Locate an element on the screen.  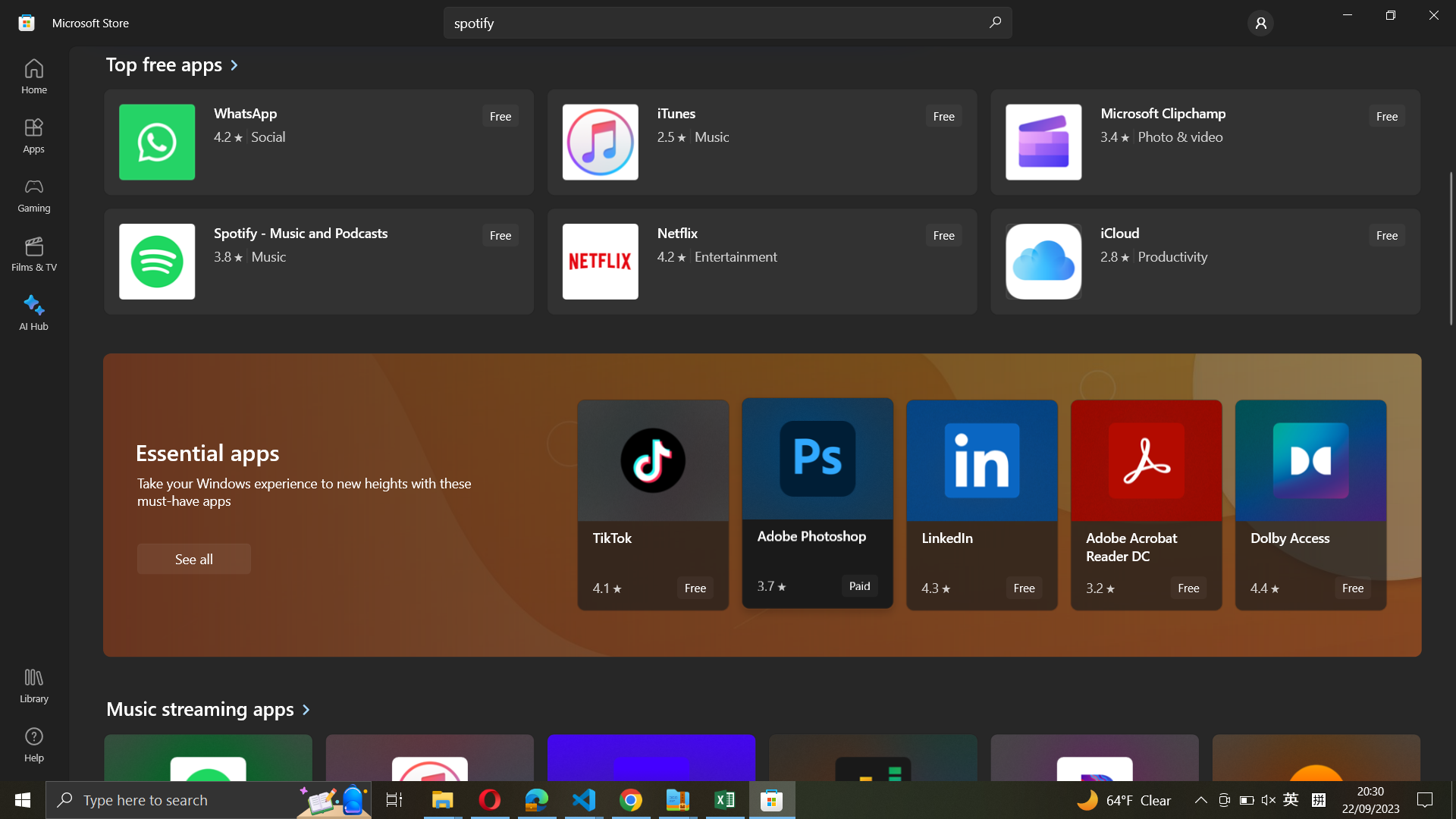
Top Free Apps is located at coordinates (173, 66).